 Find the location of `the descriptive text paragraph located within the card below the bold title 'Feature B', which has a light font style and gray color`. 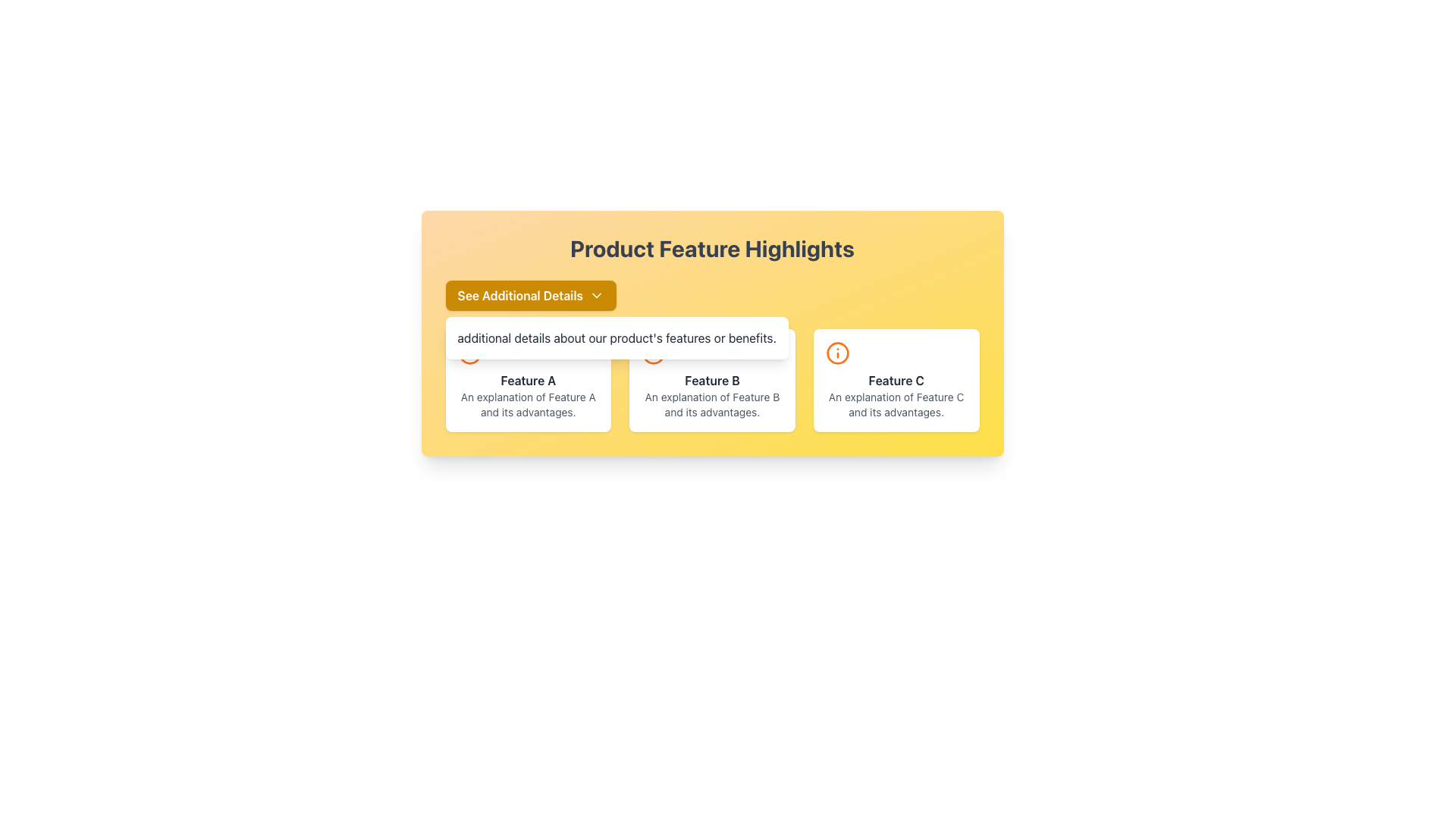

the descriptive text paragraph located within the card below the bold title 'Feature B', which has a light font style and gray color is located at coordinates (711, 403).